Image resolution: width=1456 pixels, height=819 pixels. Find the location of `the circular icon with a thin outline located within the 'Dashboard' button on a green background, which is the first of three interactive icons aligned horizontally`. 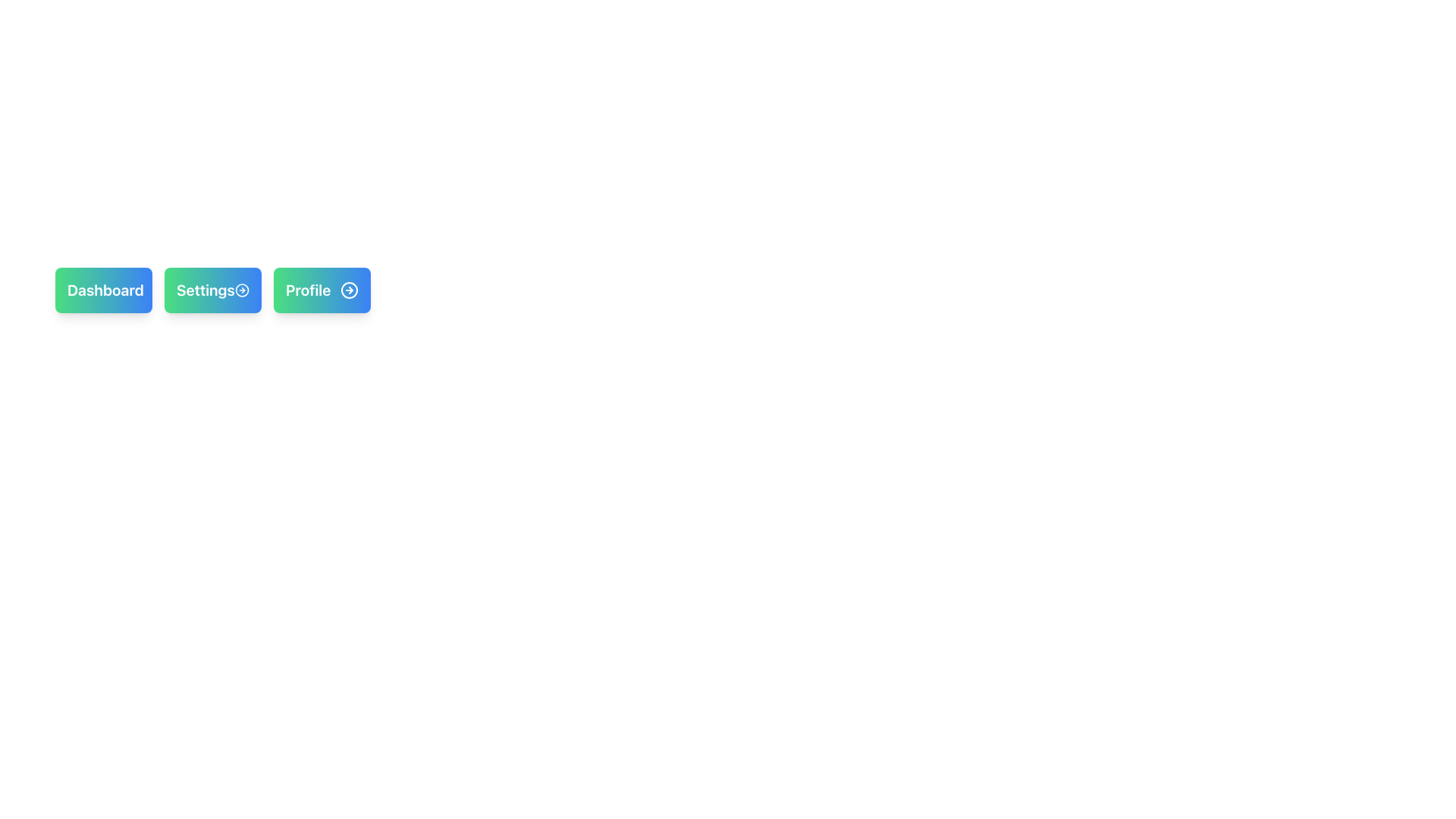

the circular icon with a thin outline located within the 'Dashboard' button on a green background, which is the first of three interactive icons aligned horizontally is located at coordinates (152, 290).